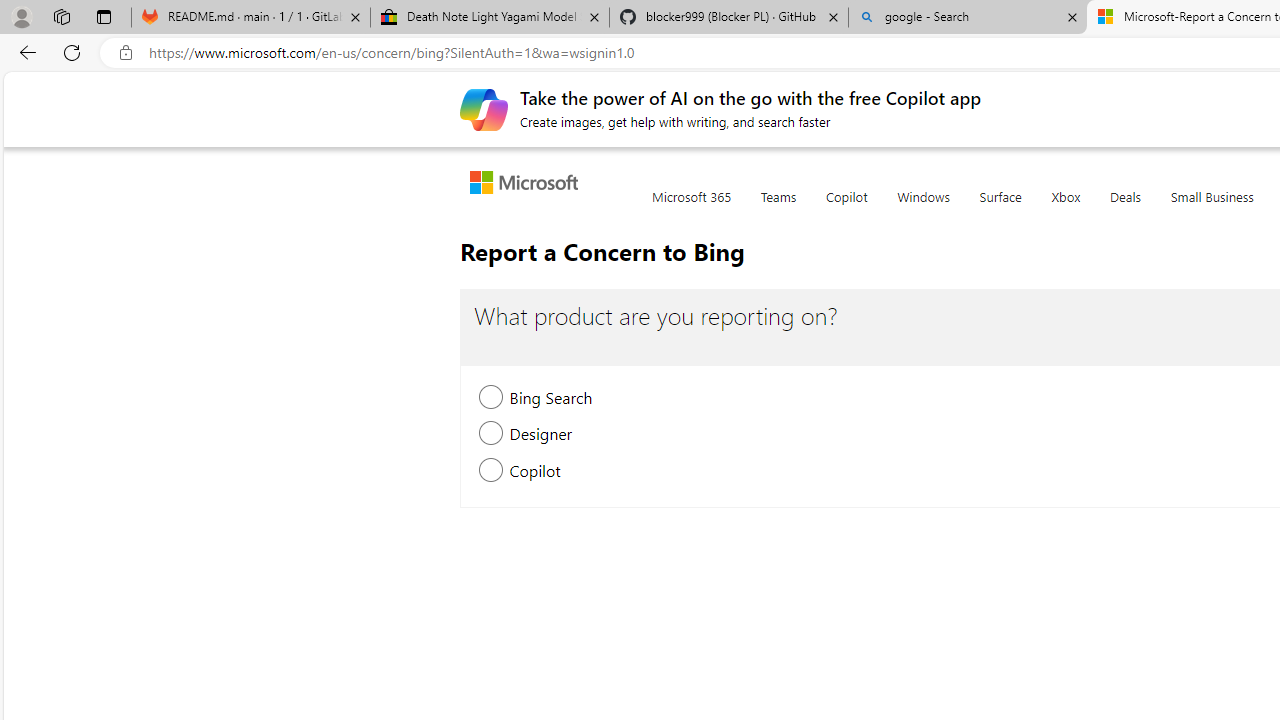 Image resolution: width=1280 pixels, height=720 pixels. I want to click on 'Xbox', so click(1065, 208).